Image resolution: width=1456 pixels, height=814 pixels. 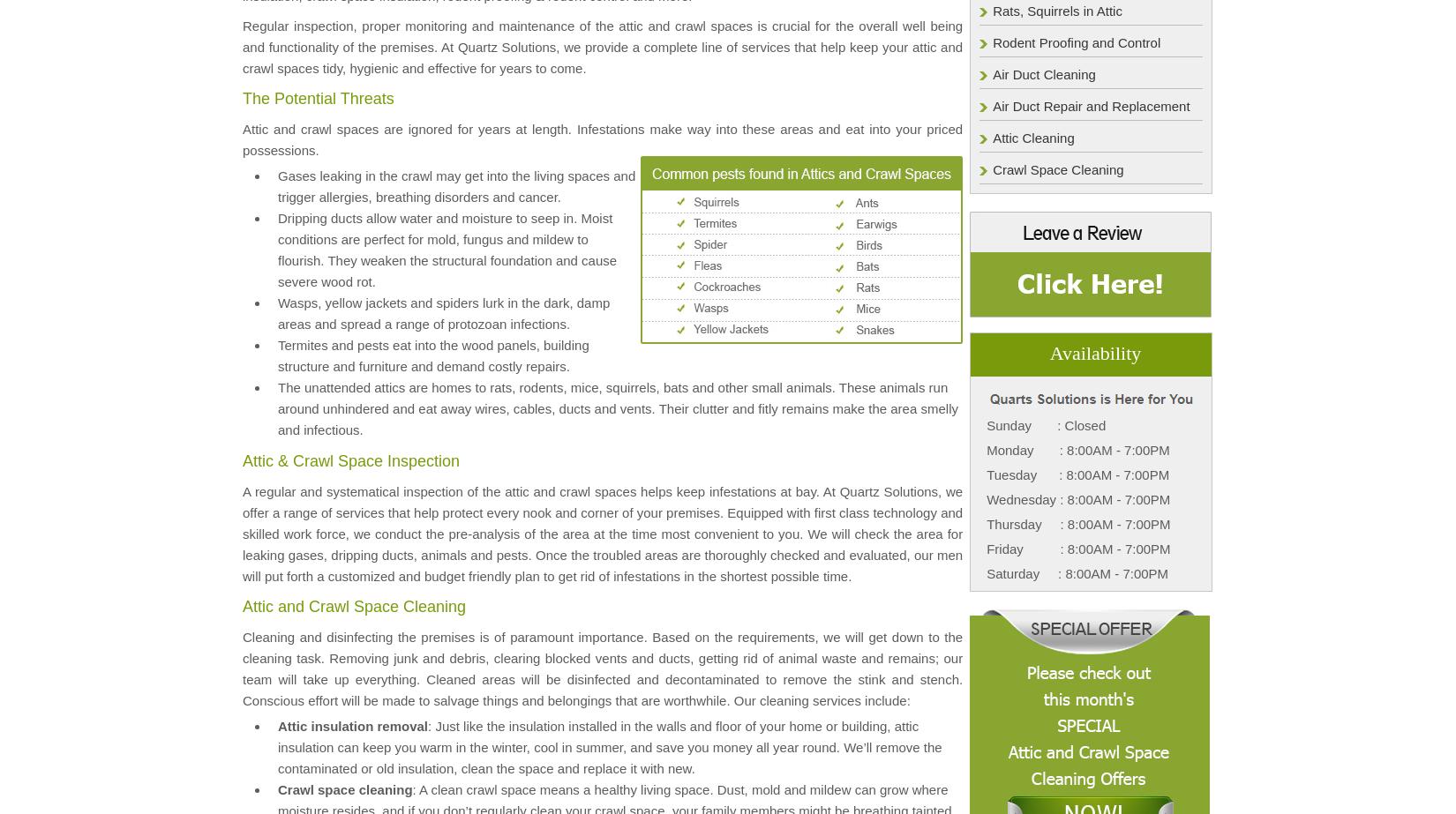 What do you see at coordinates (447, 249) in the screenshot?
I see `'Dripping ducts allow water and moisture to seep in. Moist conditions are perfect for mold, fungus and mildew to flourish. They weaken the structural foundation and cause severe wood rot.'` at bounding box center [447, 249].